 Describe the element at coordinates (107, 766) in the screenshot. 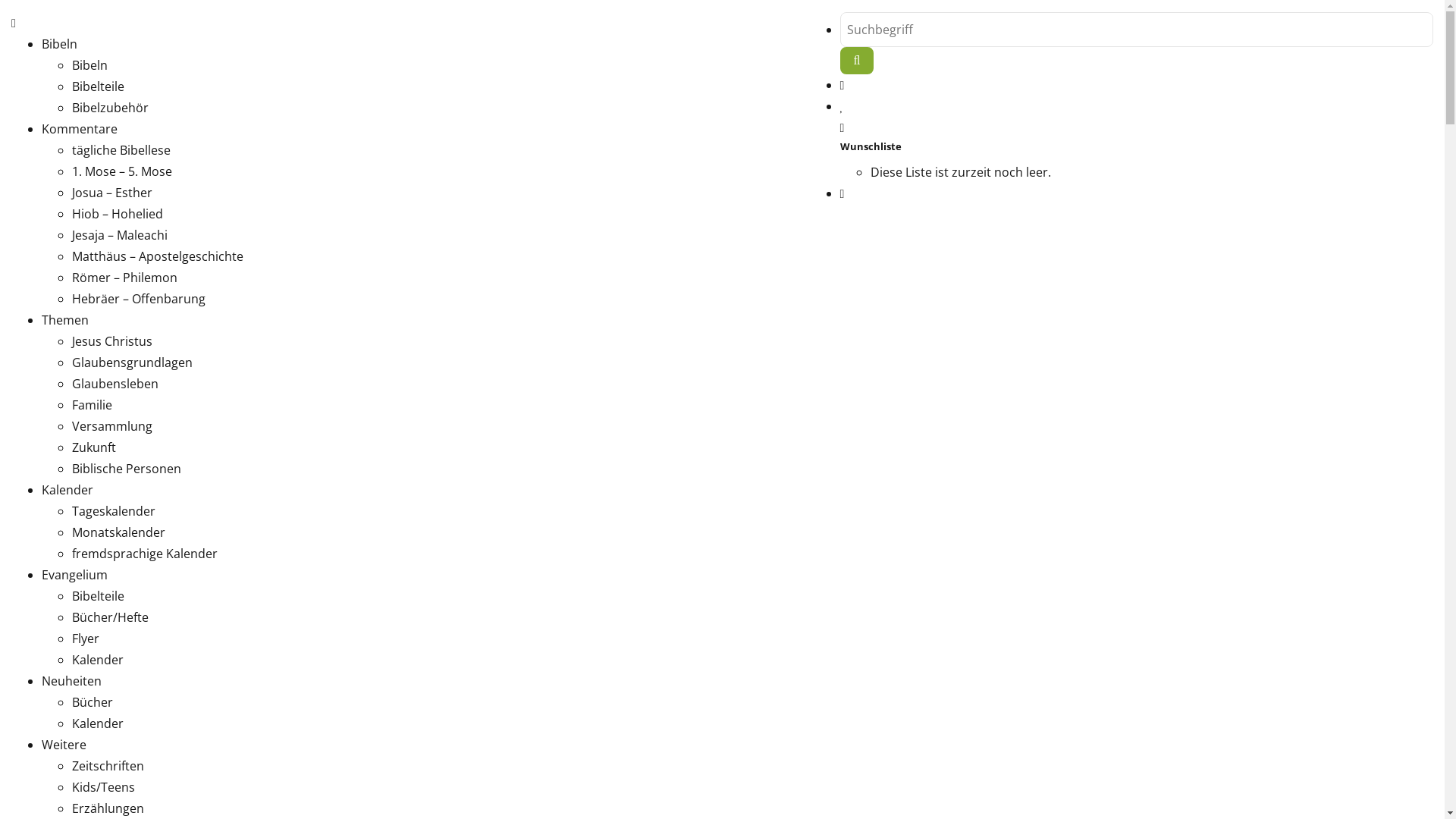

I see `'Zeitschriften'` at that location.